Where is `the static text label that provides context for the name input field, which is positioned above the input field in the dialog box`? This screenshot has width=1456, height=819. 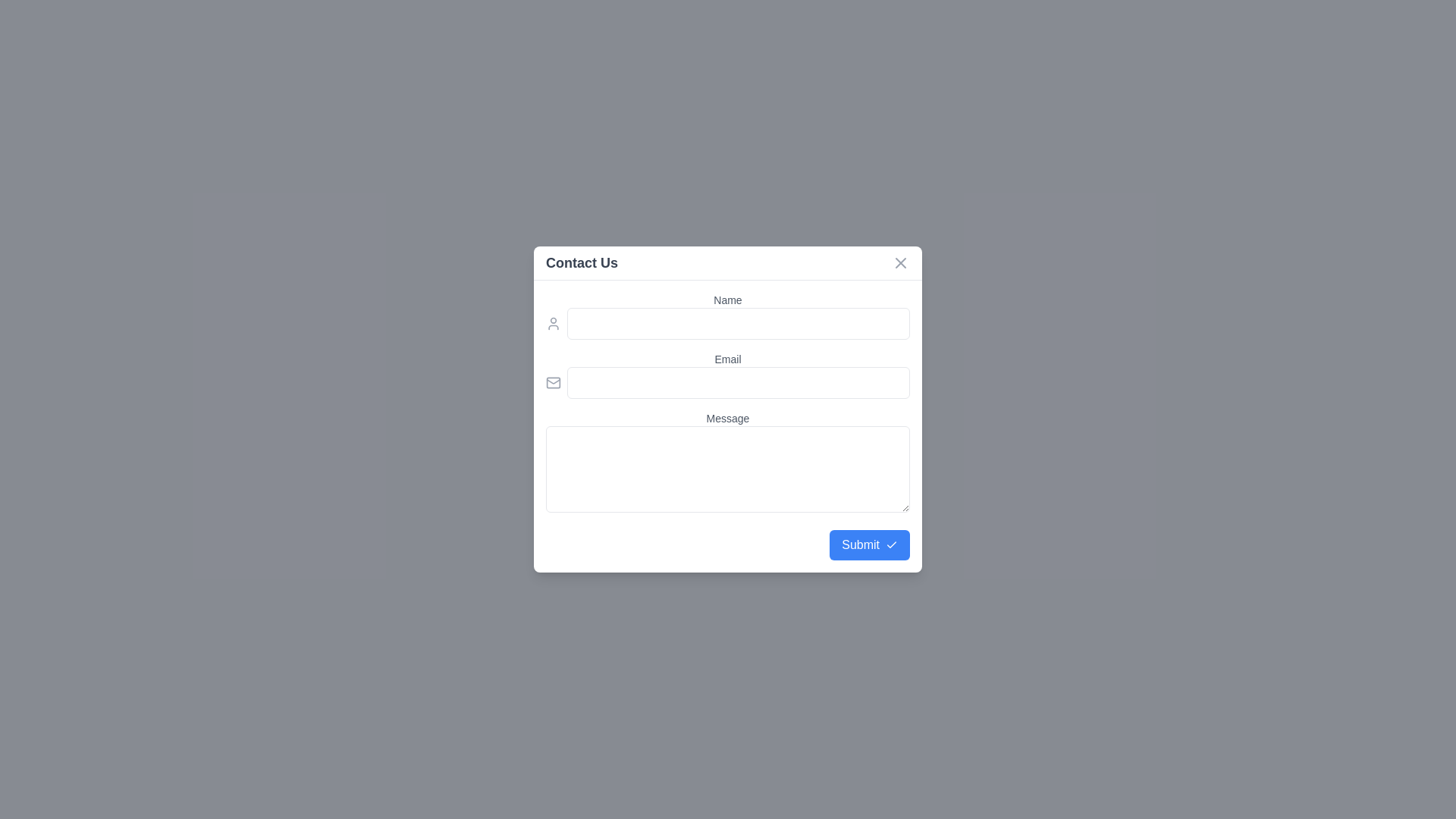
the static text label that provides context for the name input field, which is positioned above the input field in the dialog box is located at coordinates (728, 300).